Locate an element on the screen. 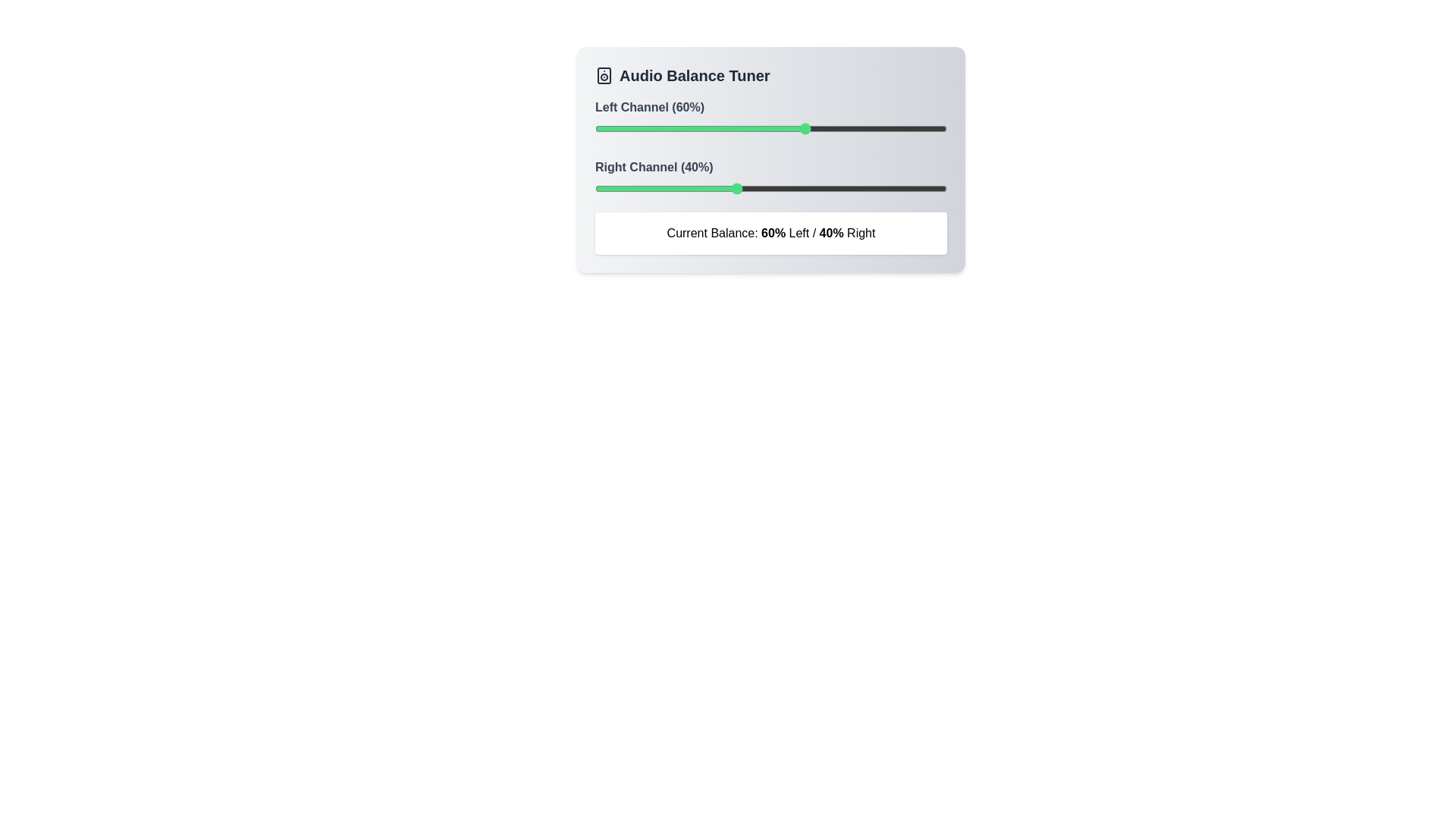  the balance of the 0 channel to 87% is located at coordinates (901, 127).